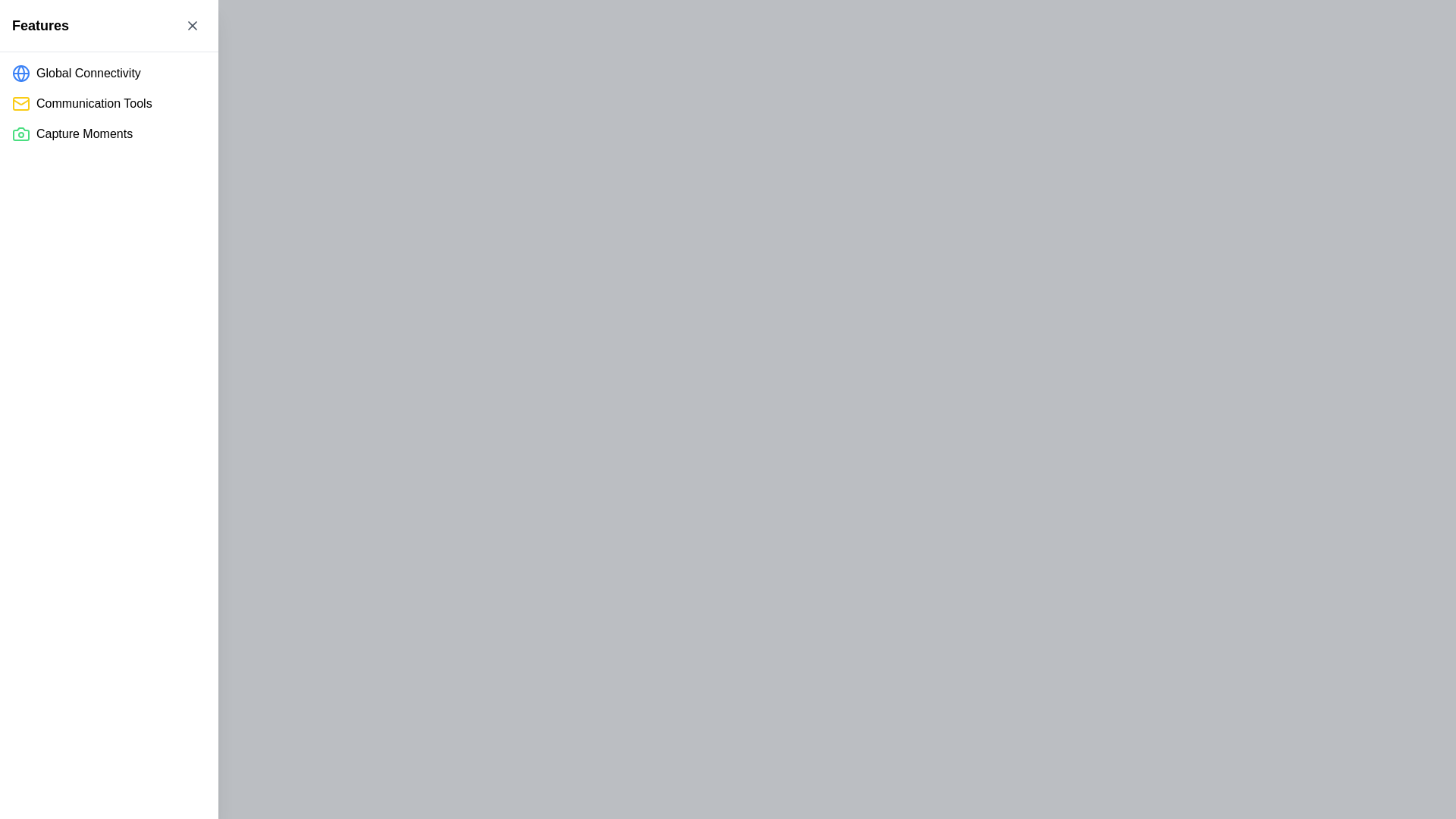 The height and width of the screenshot is (819, 1456). What do you see at coordinates (21, 133) in the screenshot?
I see `the camera icon that represents the functionality to capture pictures or videos, located to the left of the 'Capture Moments' label` at bounding box center [21, 133].